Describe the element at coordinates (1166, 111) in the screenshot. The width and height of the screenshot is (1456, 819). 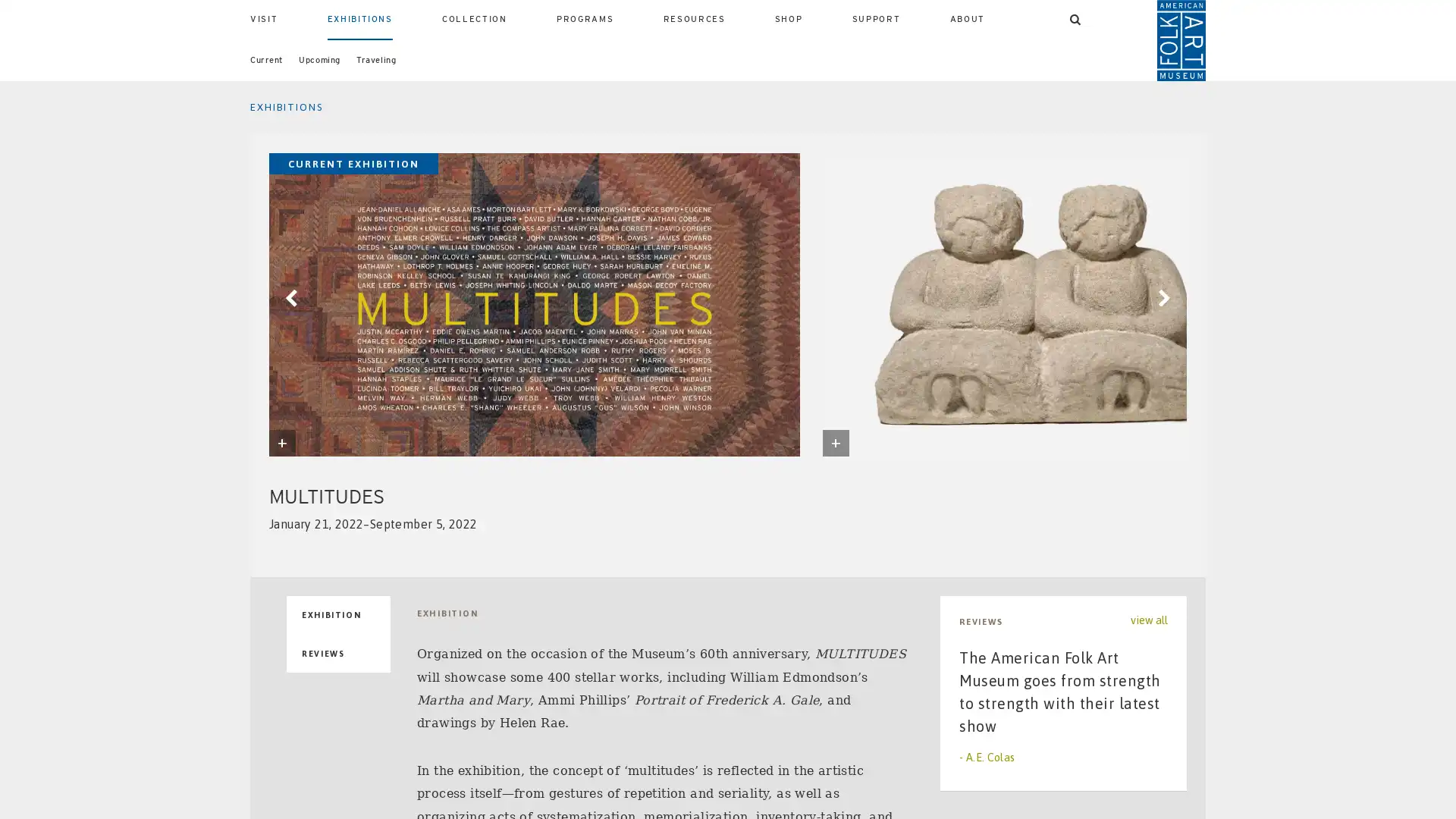
I see `SEARCH` at that location.